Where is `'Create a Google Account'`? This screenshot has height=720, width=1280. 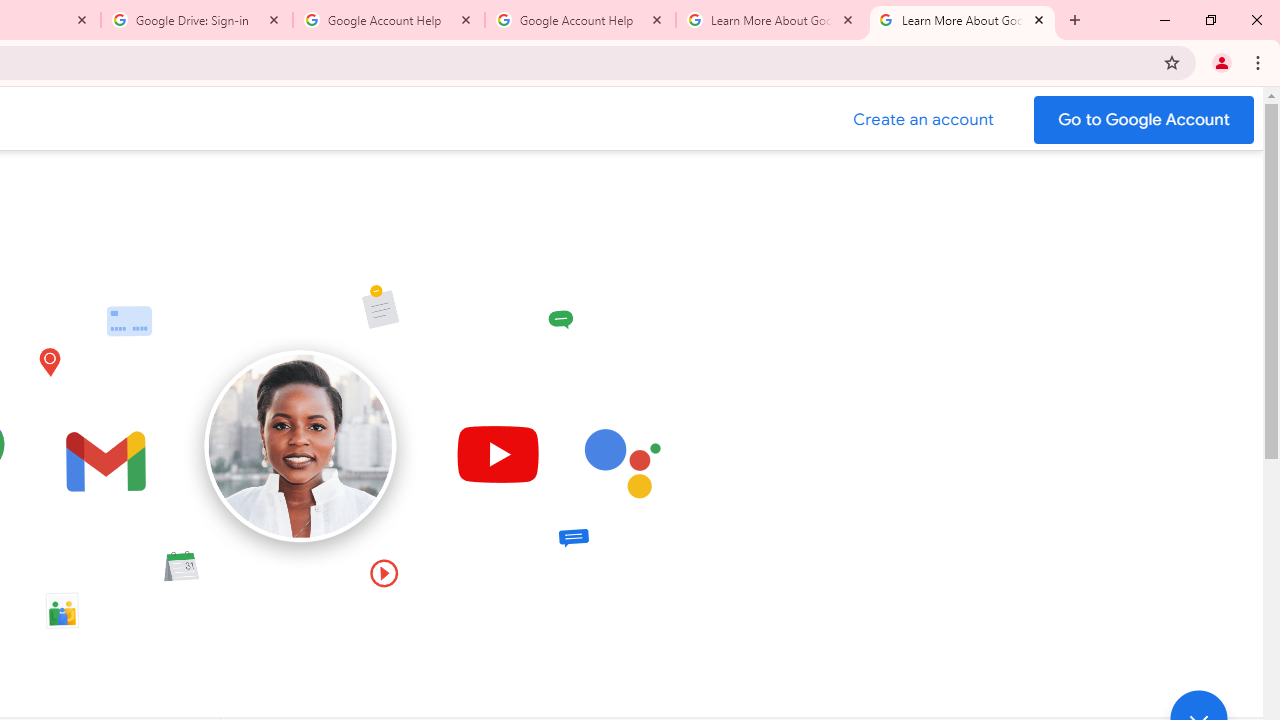 'Create a Google Account' is located at coordinates (923, 119).